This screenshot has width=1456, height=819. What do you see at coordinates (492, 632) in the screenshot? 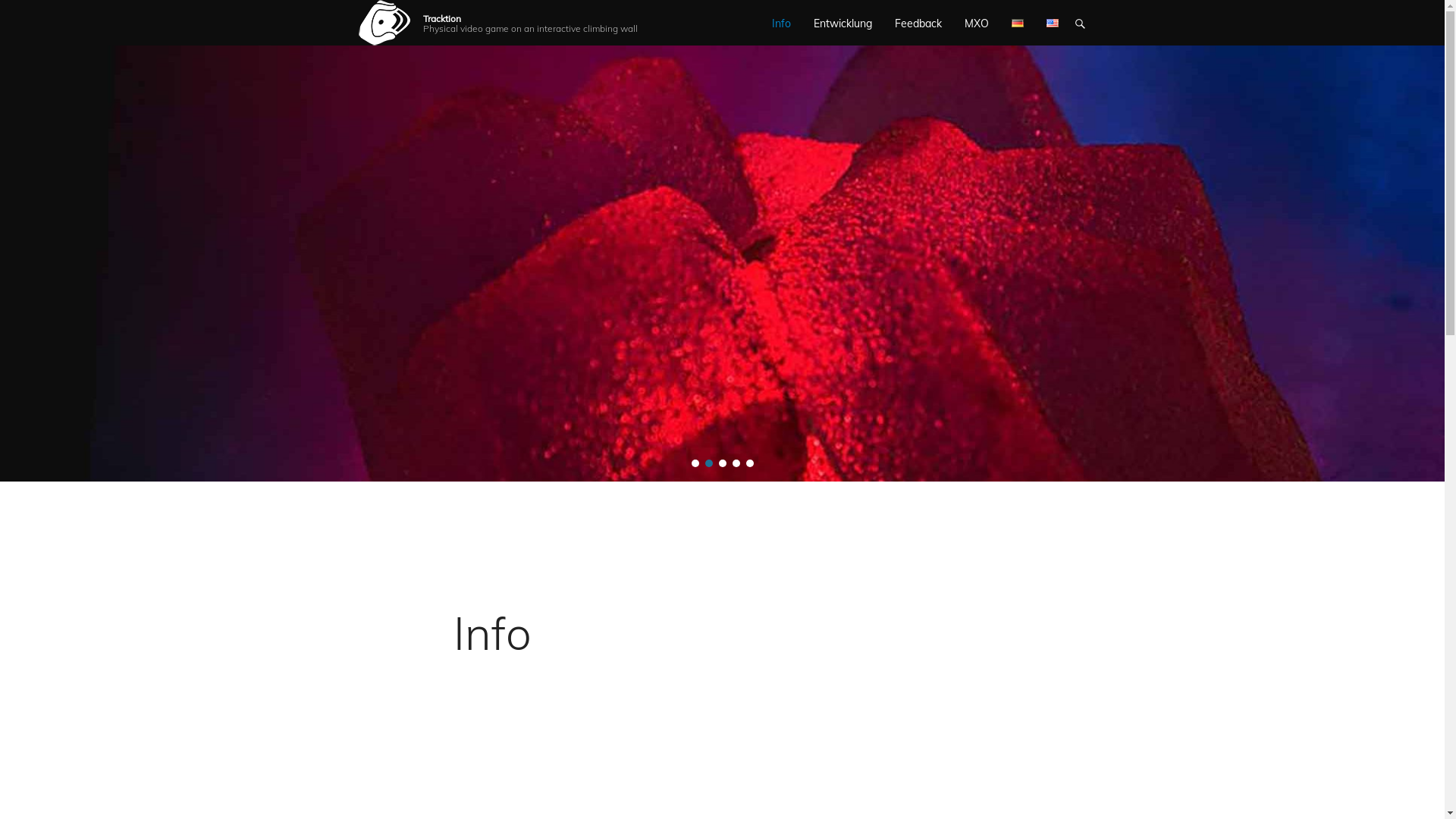
I see `'Info'` at bounding box center [492, 632].